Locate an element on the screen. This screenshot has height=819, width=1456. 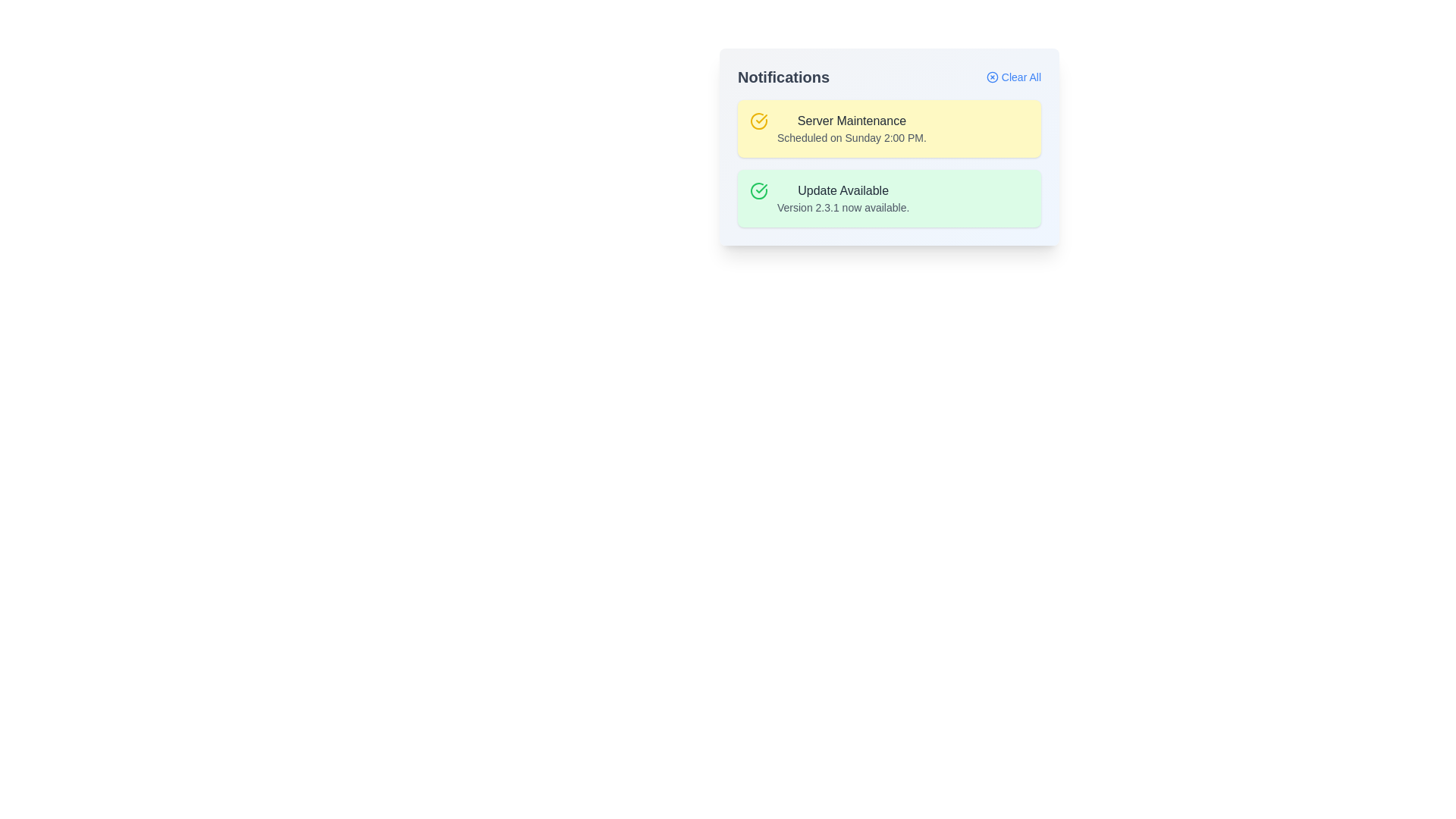
the green circular icon indicating an update availability located within the 'Update Available' notification card, which is positioned below the 'Server Maintenance' notification is located at coordinates (761, 188).